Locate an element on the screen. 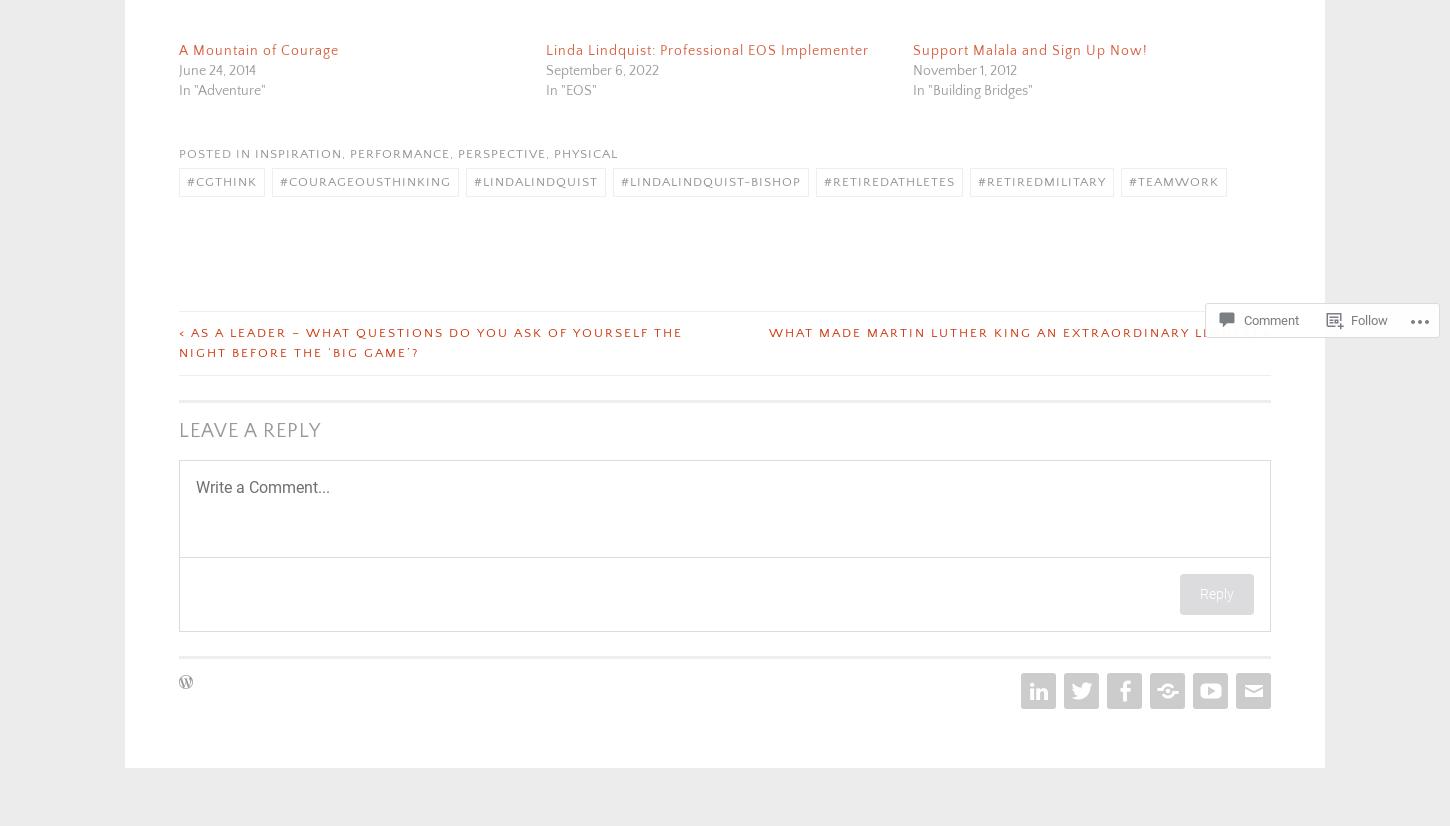 The width and height of the screenshot is (1450, 826). 'Performance' is located at coordinates (399, 151).